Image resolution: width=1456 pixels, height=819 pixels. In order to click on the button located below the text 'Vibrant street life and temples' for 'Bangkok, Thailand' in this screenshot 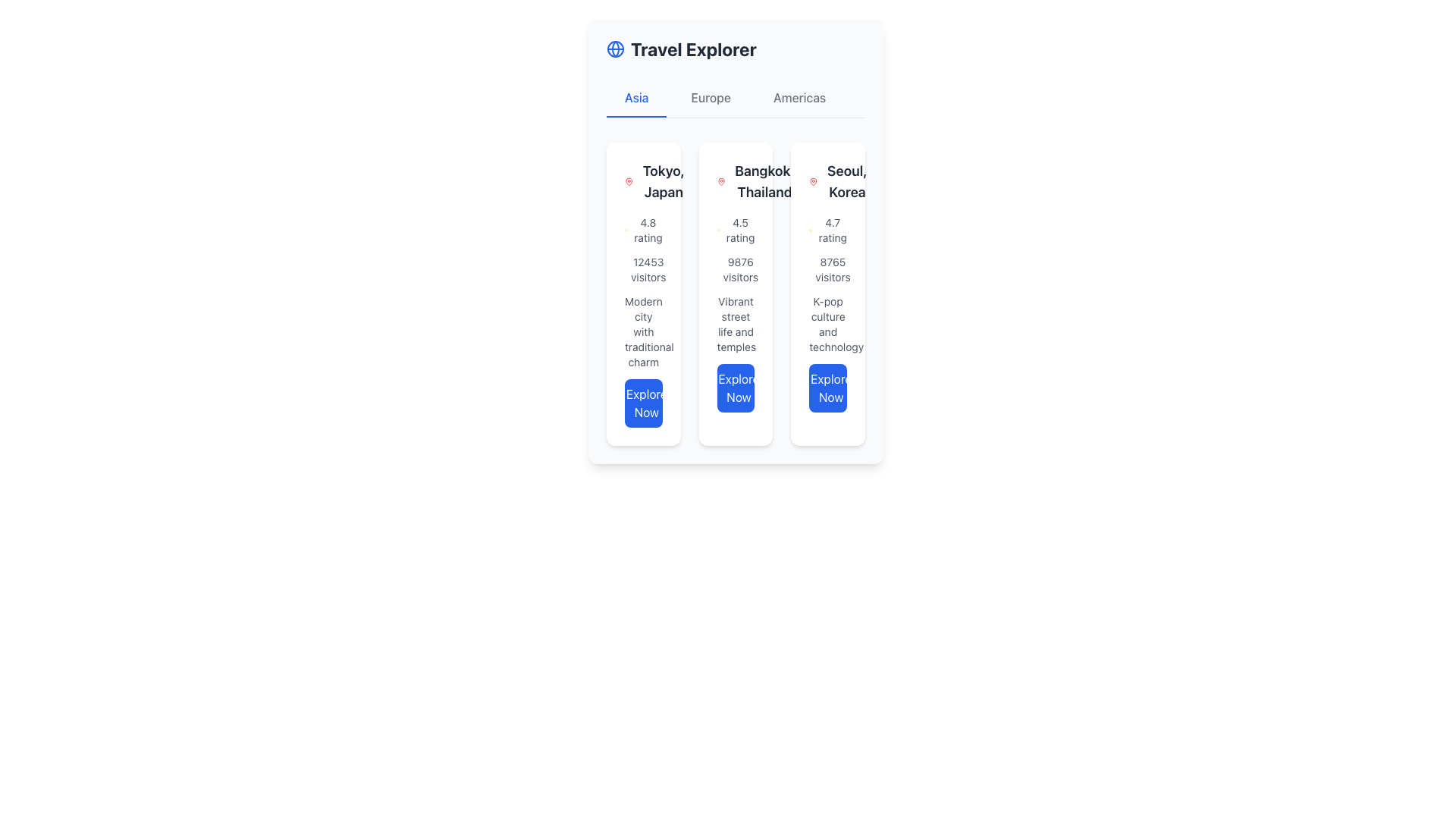, I will do `click(736, 388)`.